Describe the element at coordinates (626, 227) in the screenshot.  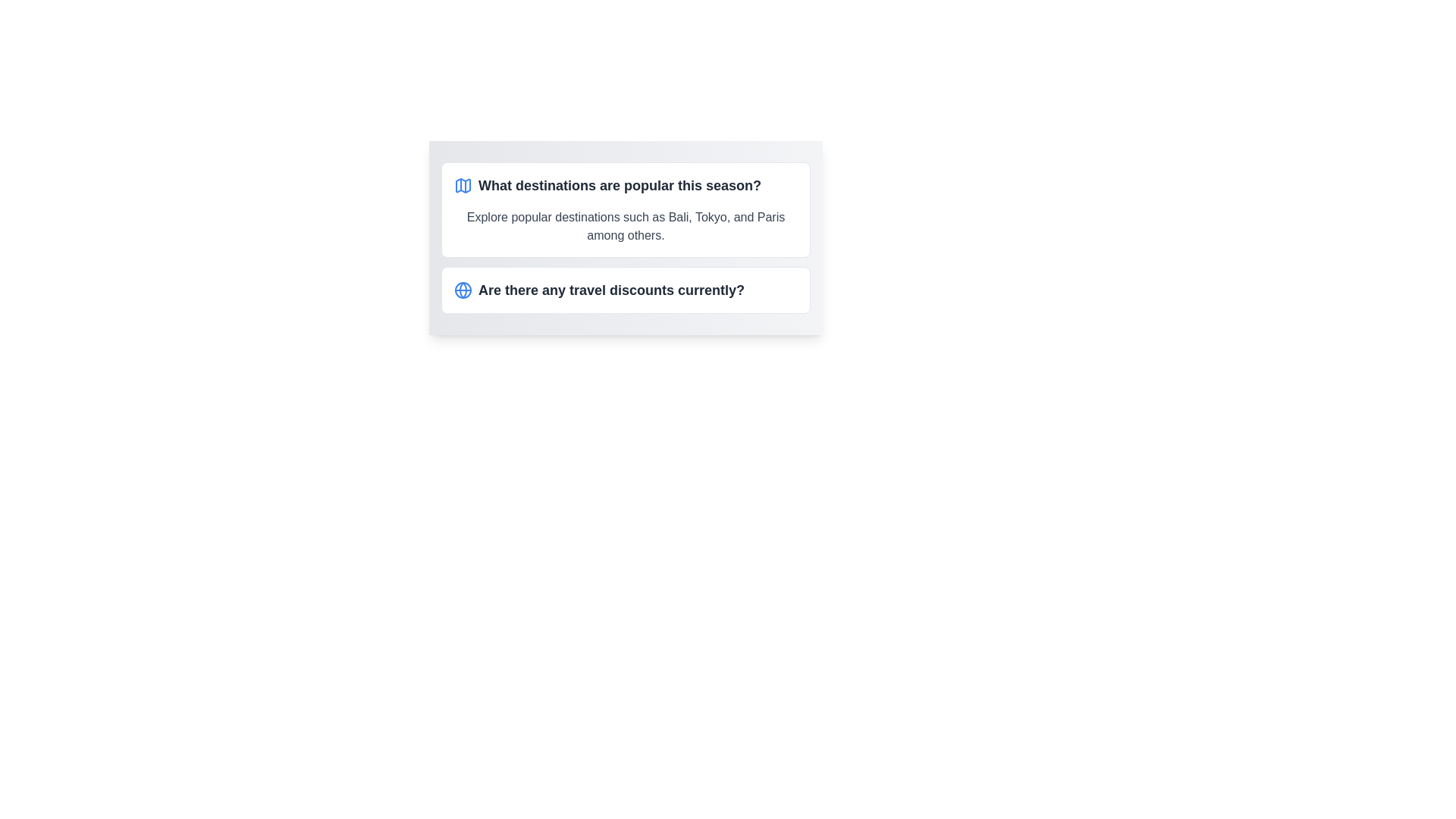
I see `the text element displaying 'Explore popular destinations such as Bali, Tokyo, and Paris among others'` at that location.